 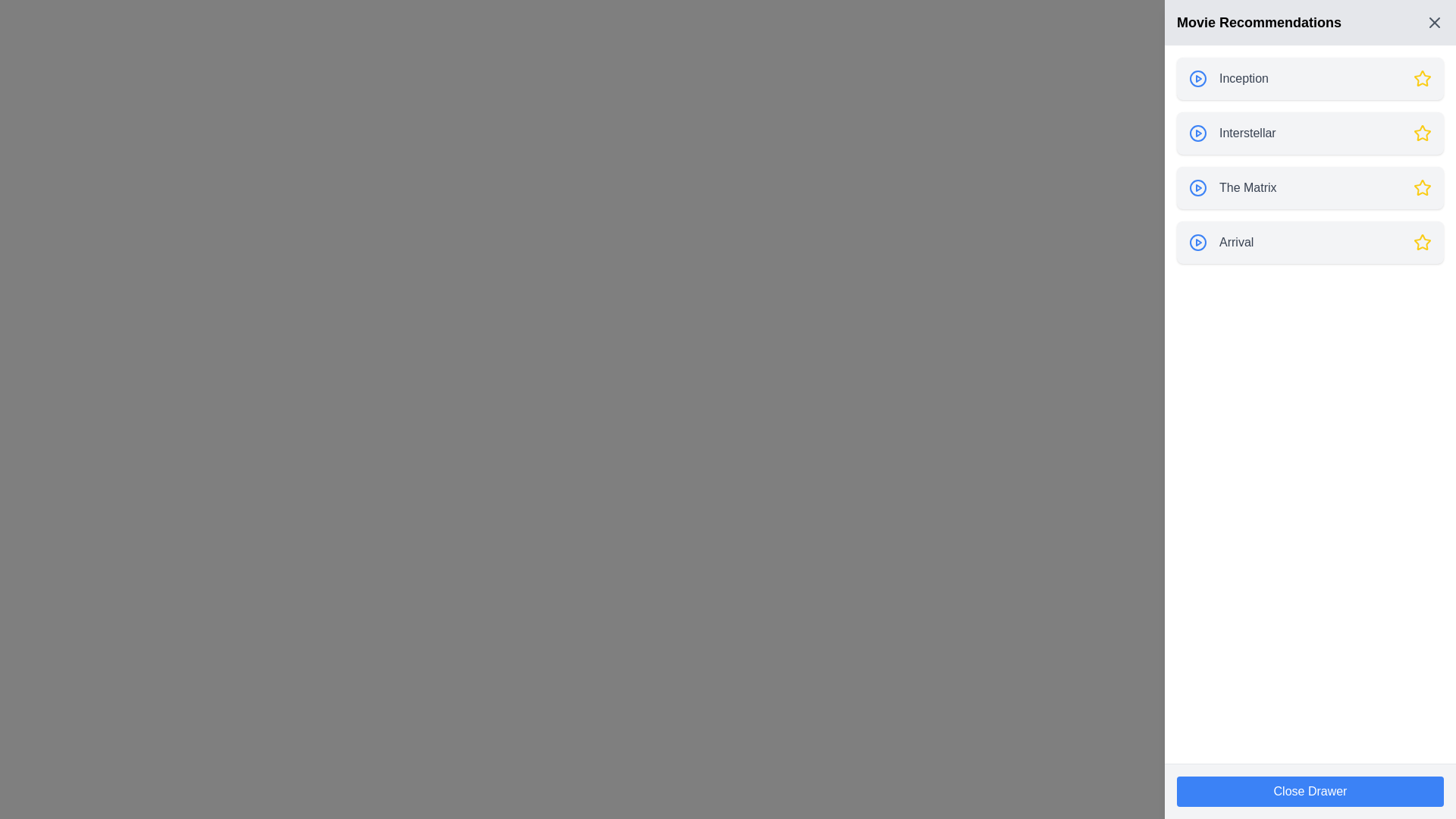 What do you see at coordinates (1232, 133) in the screenshot?
I see `the selectable movie recommendation text located between the play button icon and the star-shaped rating icon, which is the second item in the list of movie recommendations` at bounding box center [1232, 133].